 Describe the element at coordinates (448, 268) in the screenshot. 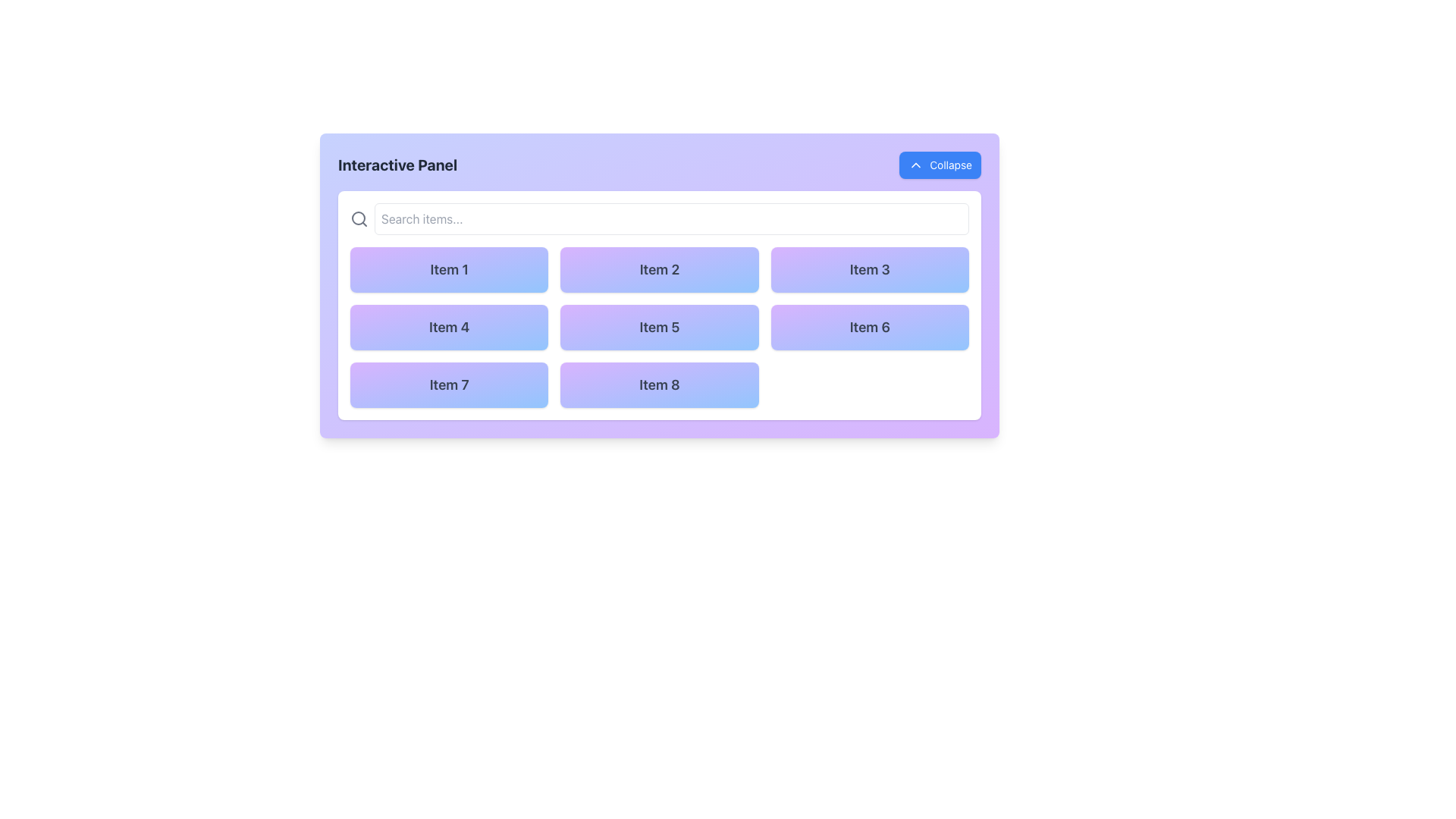

I see `the Grid Item with a gradient background from blue to purple, containing the text 'Item 1' in bold gray font, located in the top left corner of the grid layout` at that location.